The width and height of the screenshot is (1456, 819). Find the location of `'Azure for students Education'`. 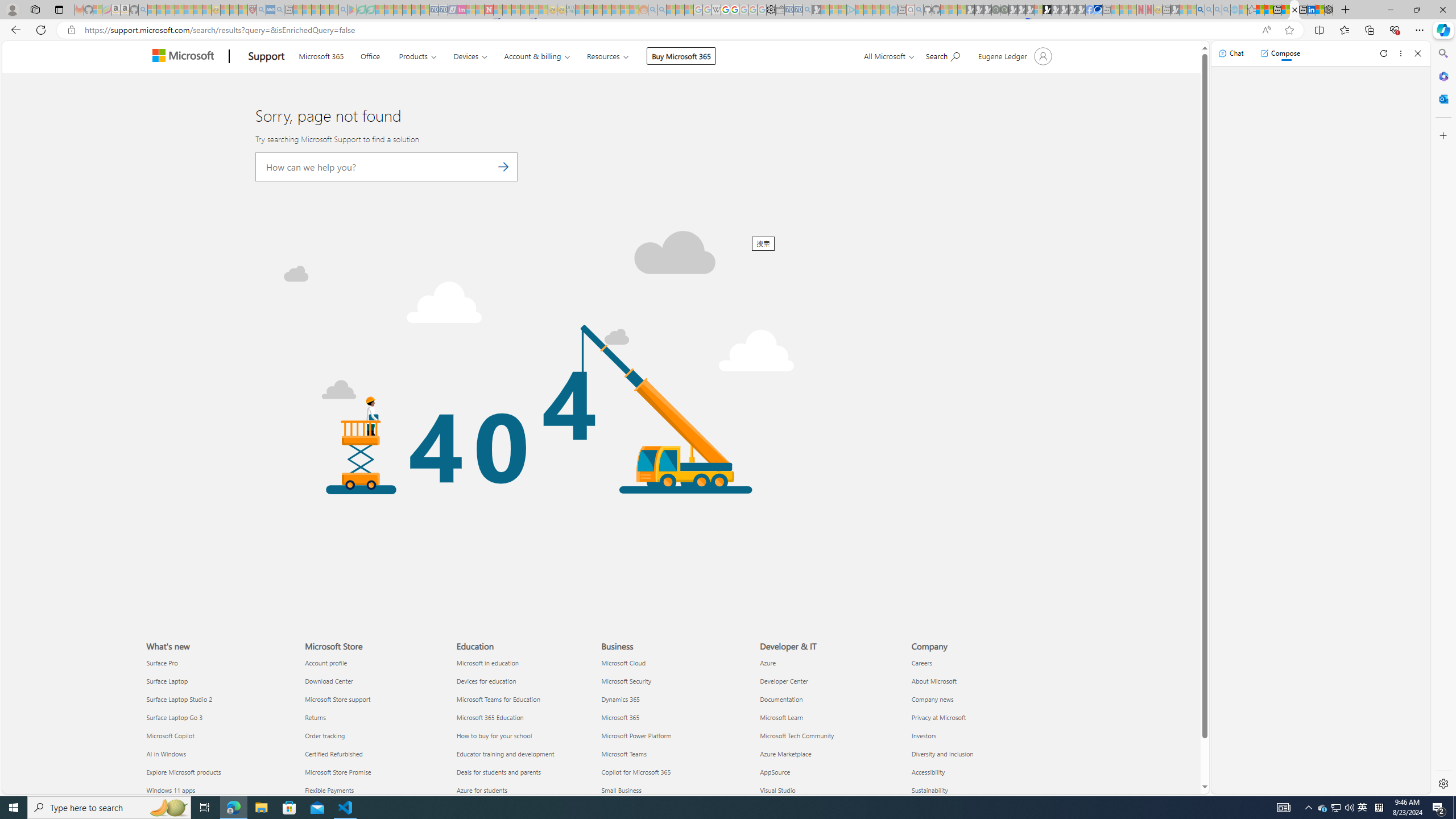

'Azure for students Education' is located at coordinates (481, 789).